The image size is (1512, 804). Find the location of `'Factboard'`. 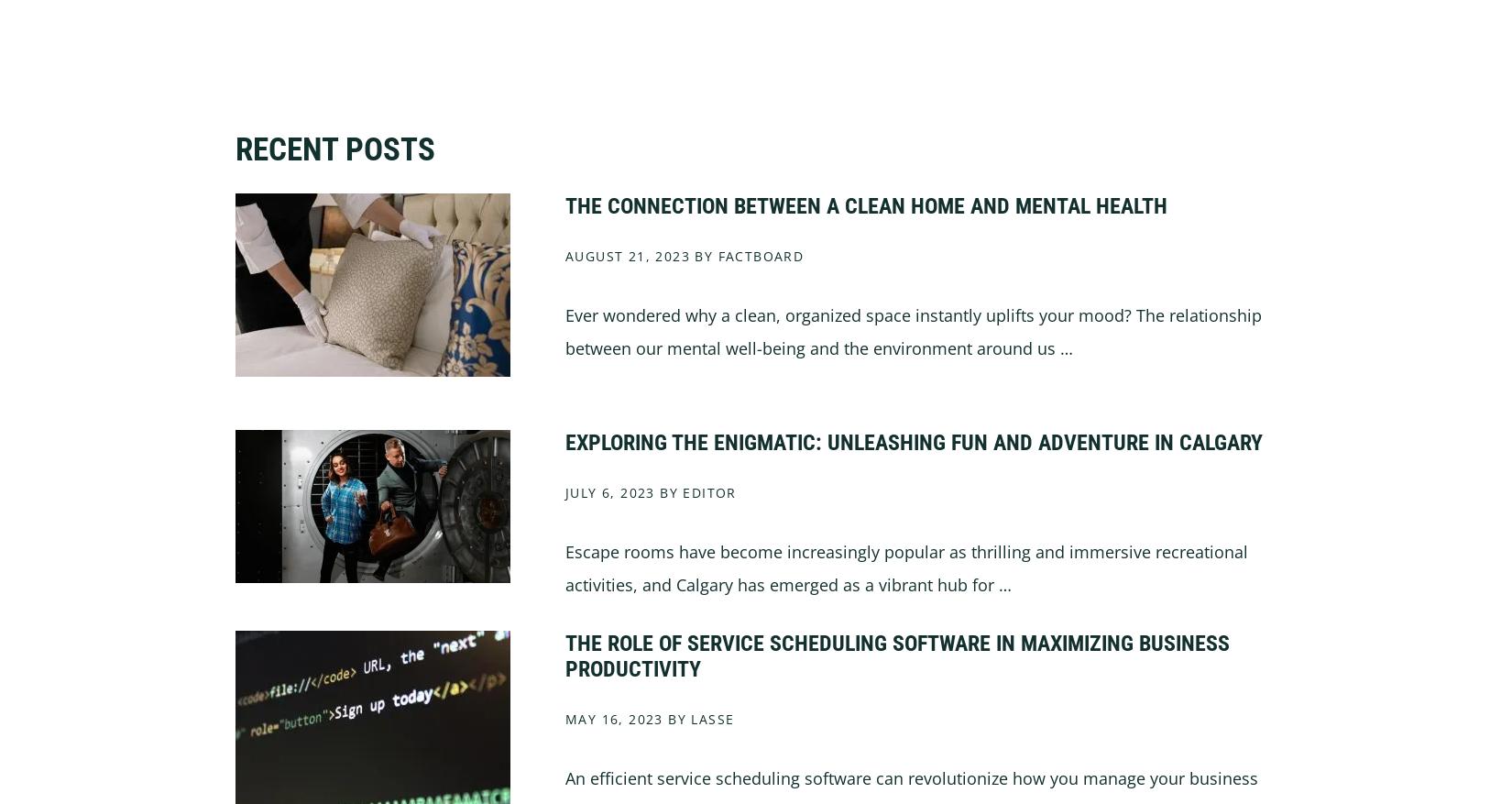

'Factboard' is located at coordinates (760, 255).